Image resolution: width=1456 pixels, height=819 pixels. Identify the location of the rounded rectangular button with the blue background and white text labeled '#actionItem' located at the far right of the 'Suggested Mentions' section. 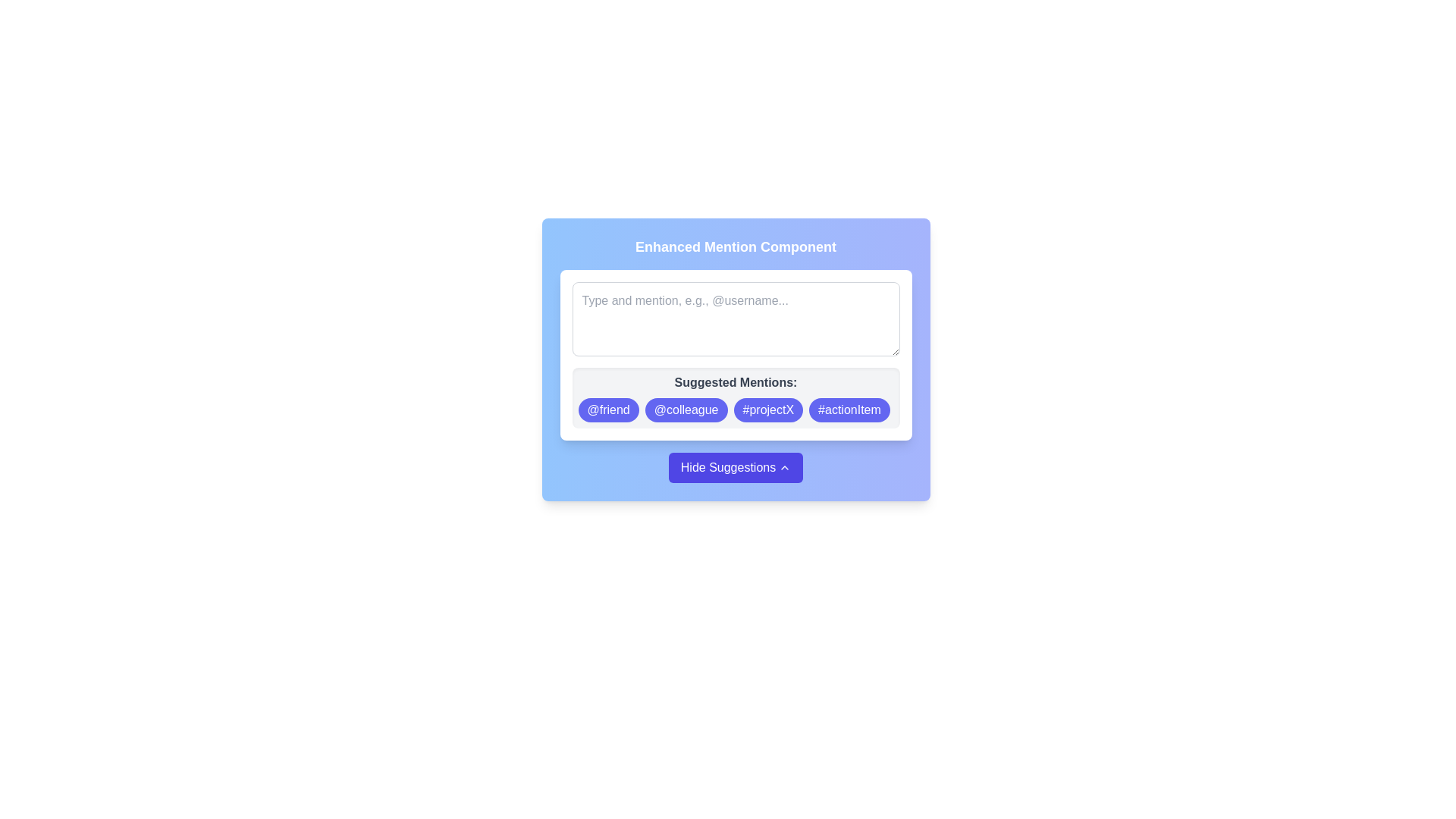
(848, 409).